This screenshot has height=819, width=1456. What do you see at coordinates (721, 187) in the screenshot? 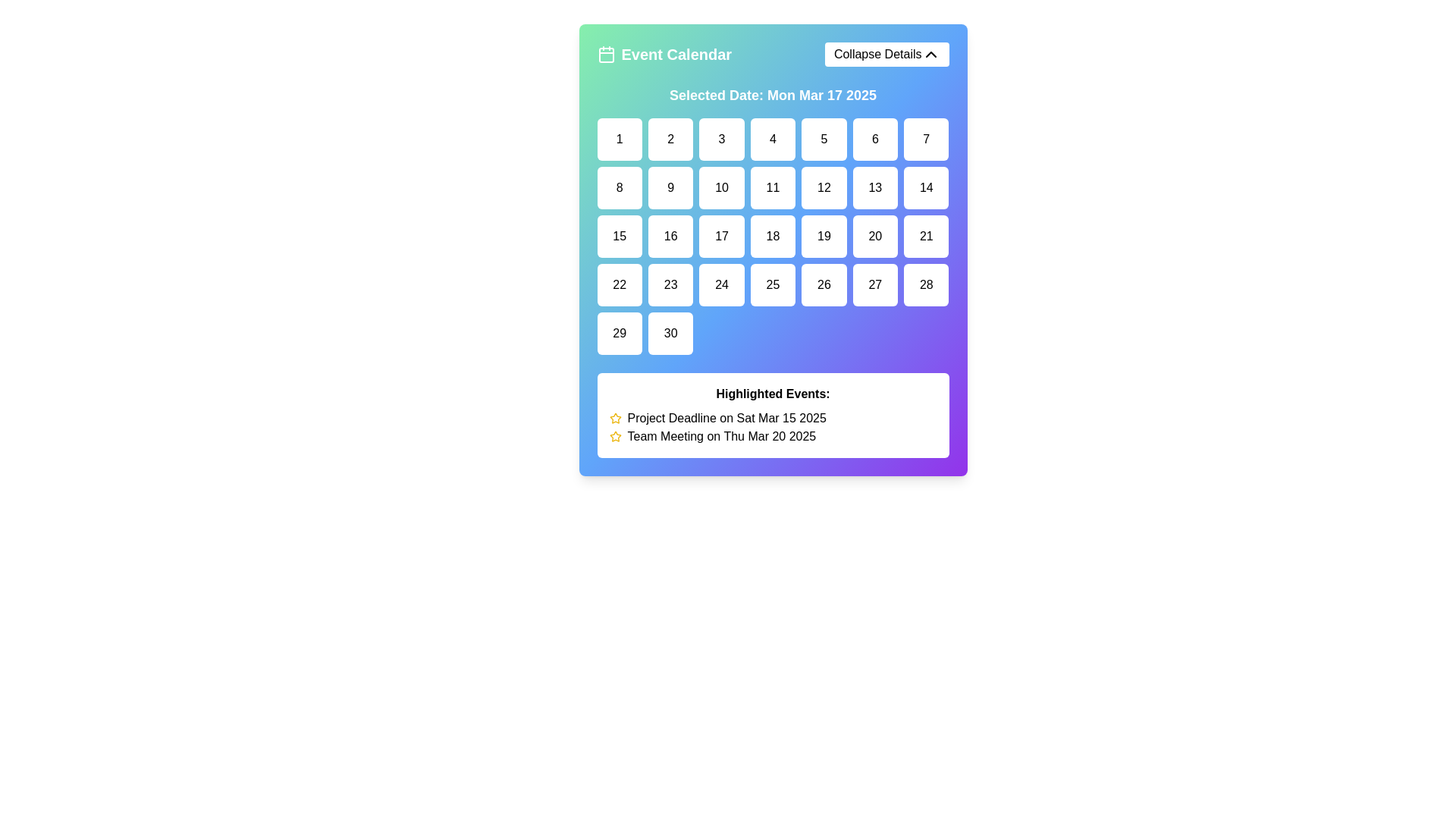
I see `the calendar cell containing the date '10'` at bounding box center [721, 187].